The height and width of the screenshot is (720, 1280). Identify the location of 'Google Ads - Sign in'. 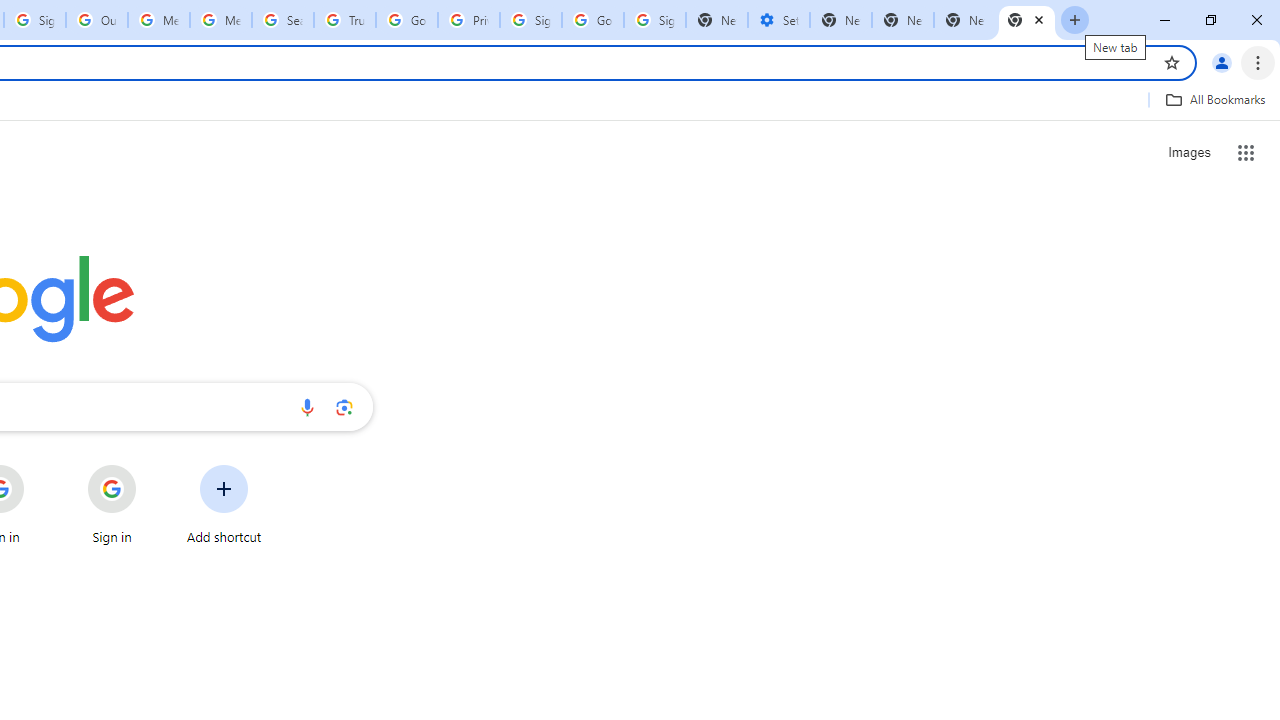
(406, 20).